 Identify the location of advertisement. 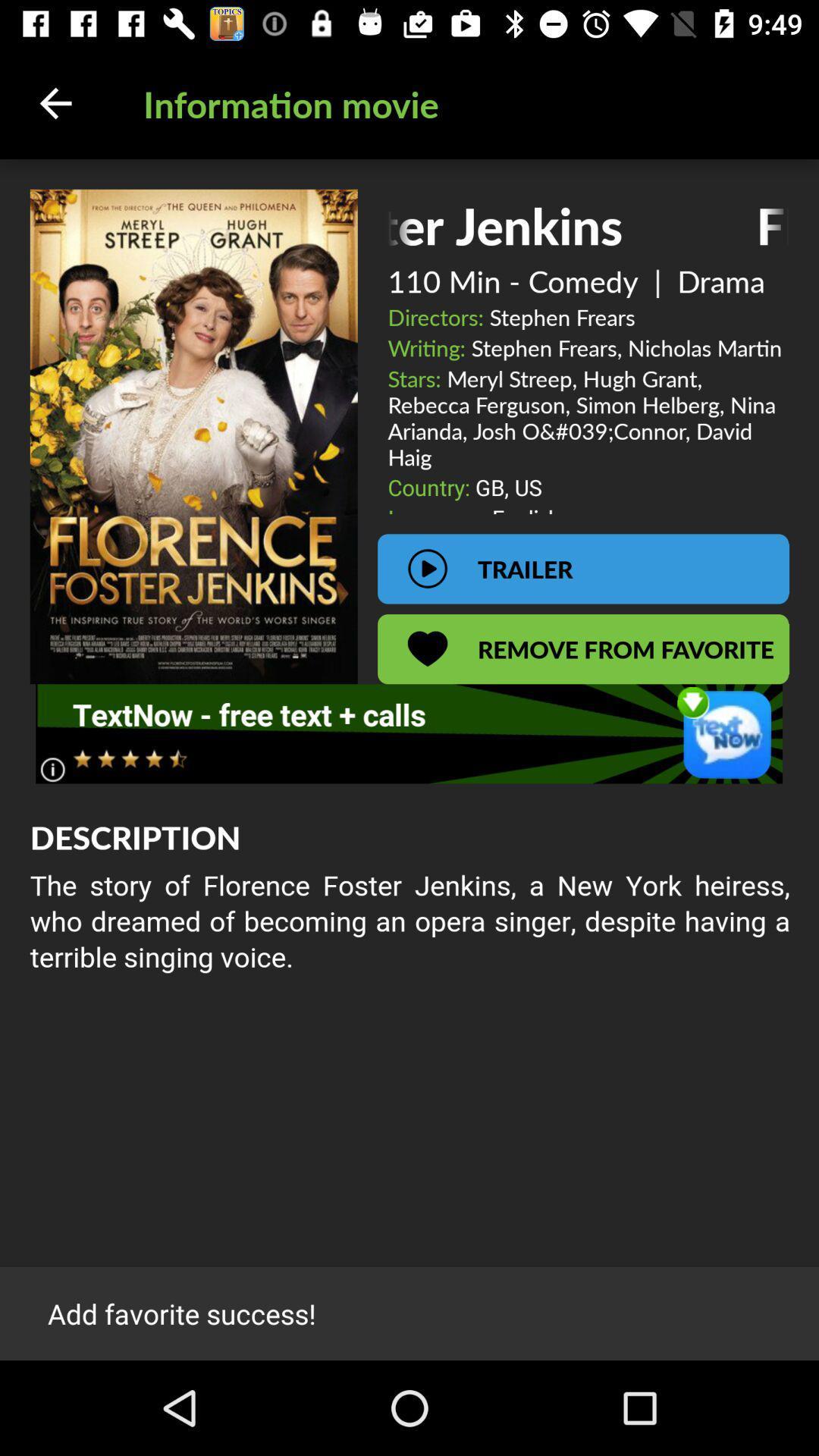
(408, 733).